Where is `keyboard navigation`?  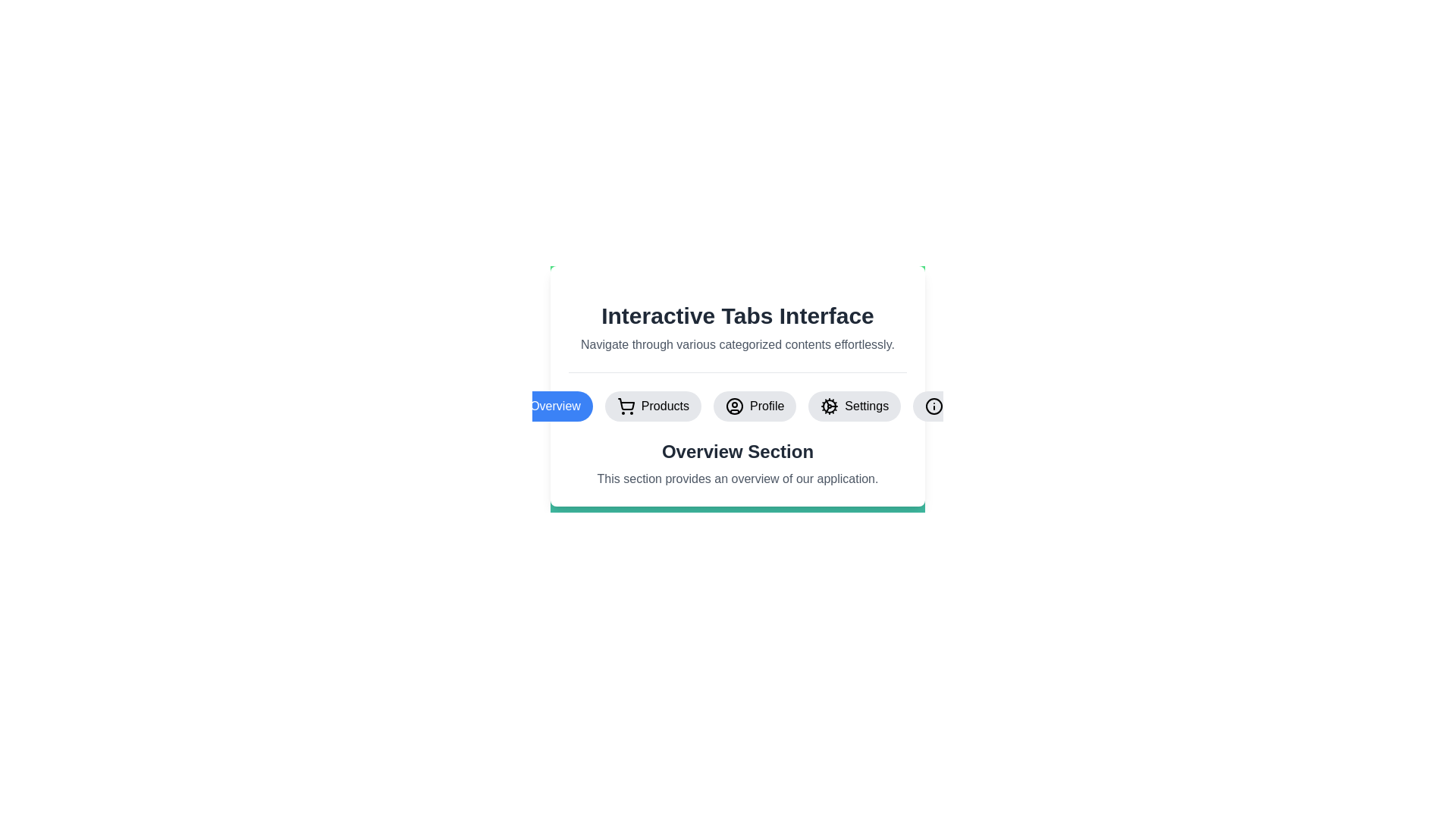
keyboard navigation is located at coordinates (735, 406).